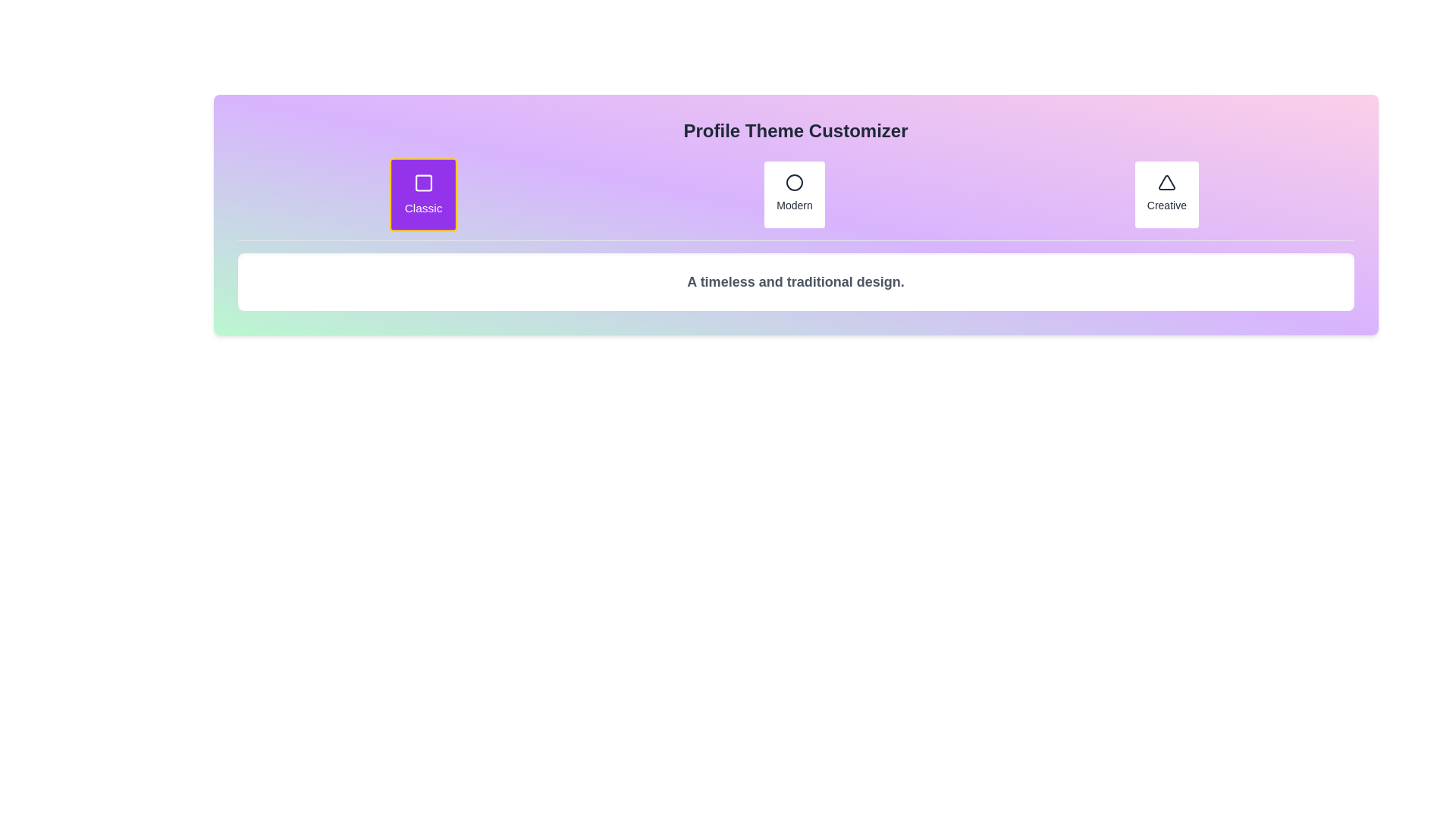 The height and width of the screenshot is (819, 1456). Describe the element at coordinates (1166, 194) in the screenshot. I see `the 'Creative' button in the top-right corner` at that location.